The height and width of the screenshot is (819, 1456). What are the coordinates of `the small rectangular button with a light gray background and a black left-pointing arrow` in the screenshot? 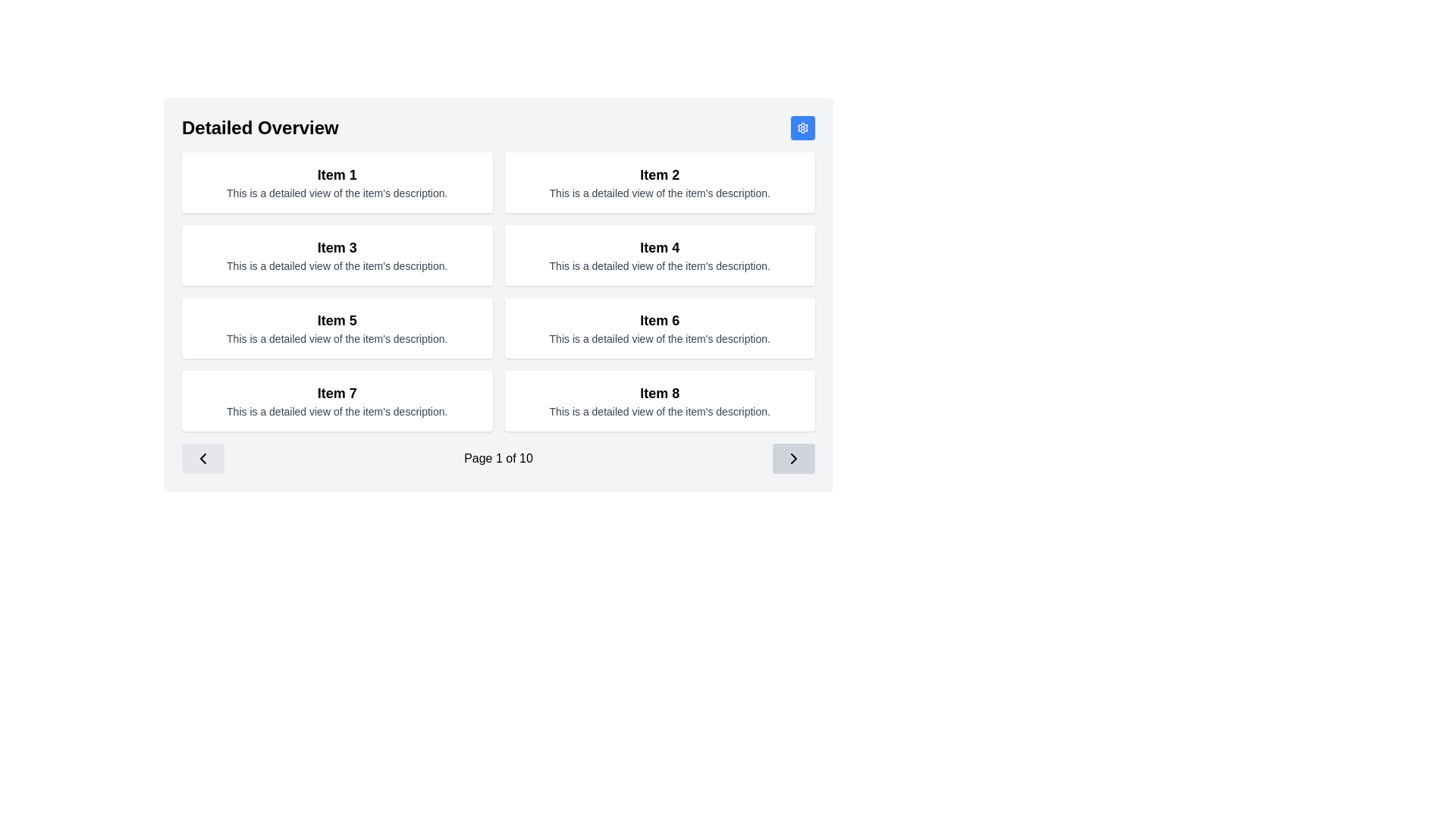 It's located at (202, 458).